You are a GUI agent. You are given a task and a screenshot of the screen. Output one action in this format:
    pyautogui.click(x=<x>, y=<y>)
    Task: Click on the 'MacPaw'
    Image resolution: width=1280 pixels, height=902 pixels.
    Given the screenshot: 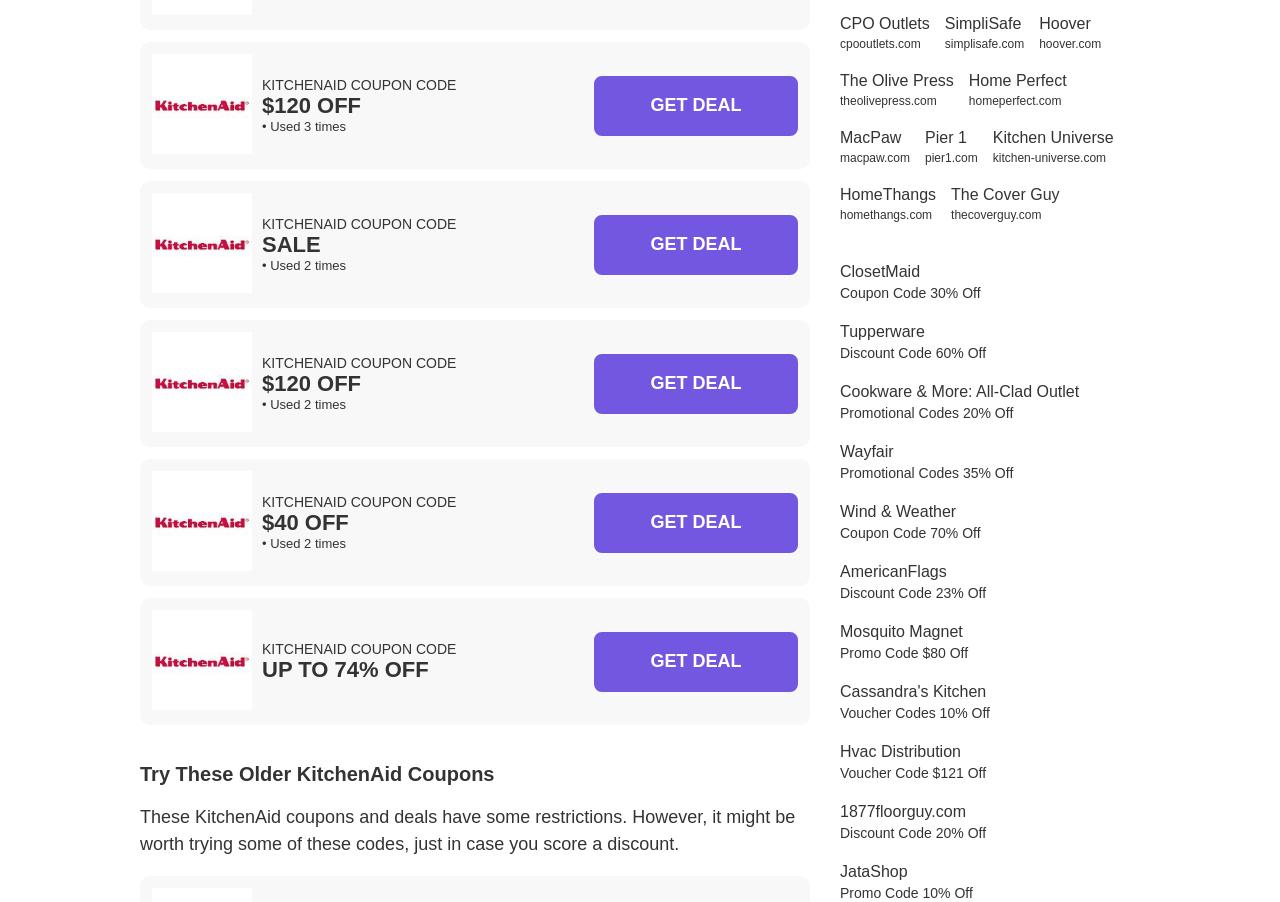 What is the action you would take?
    pyautogui.click(x=839, y=136)
    